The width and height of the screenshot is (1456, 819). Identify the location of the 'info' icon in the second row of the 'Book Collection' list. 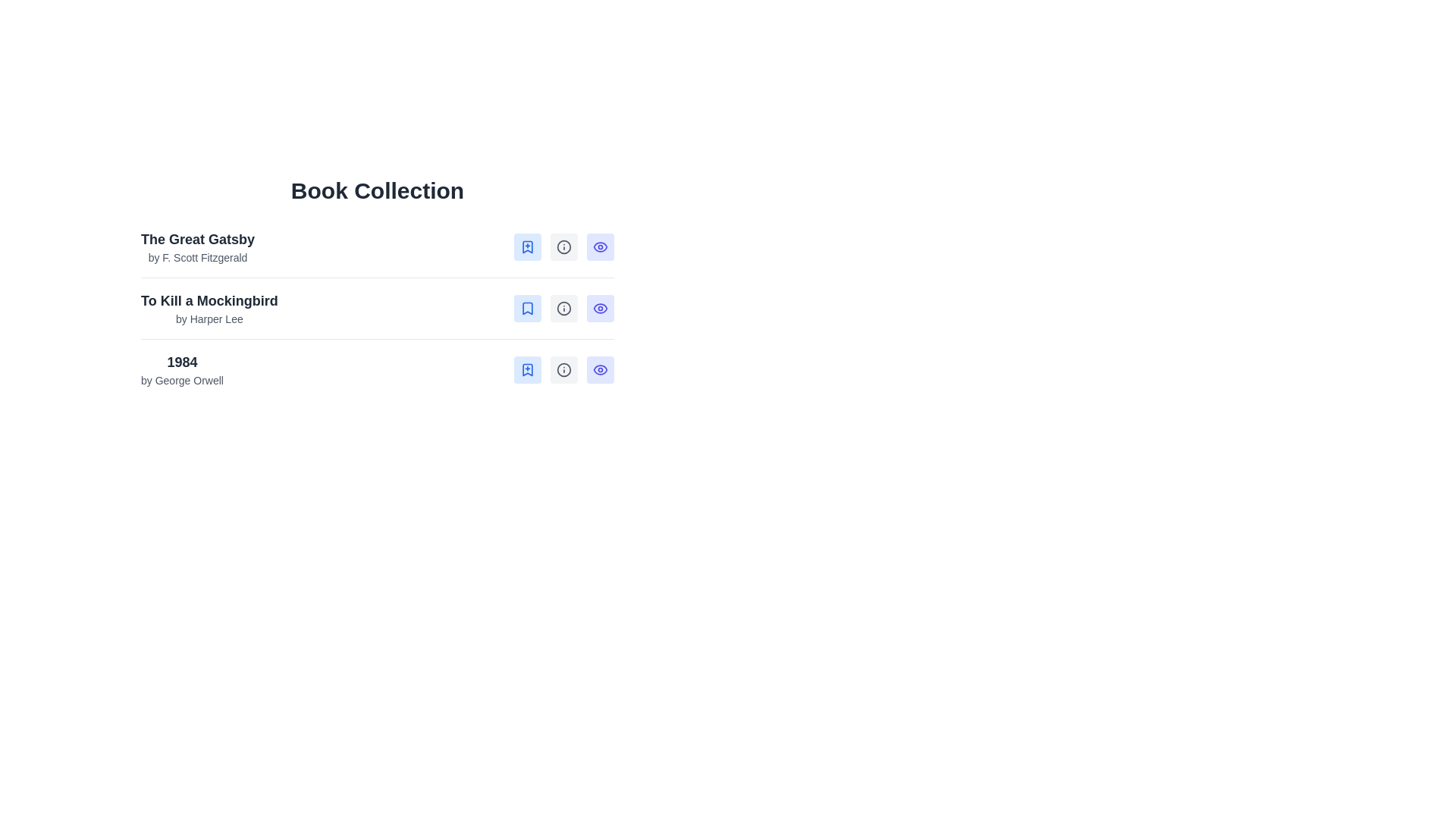
(563, 308).